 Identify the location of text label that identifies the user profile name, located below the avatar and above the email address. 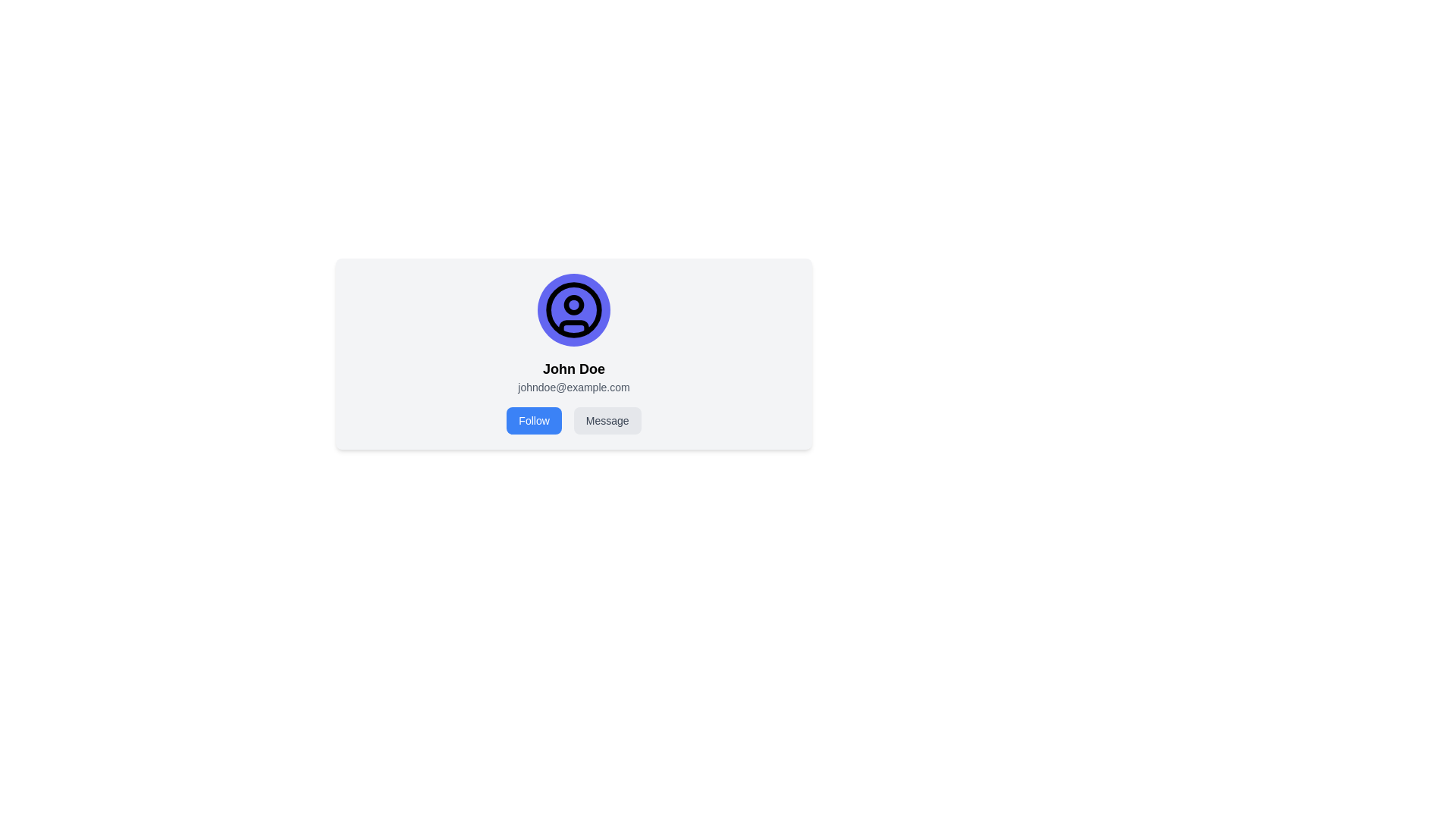
(573, 369).